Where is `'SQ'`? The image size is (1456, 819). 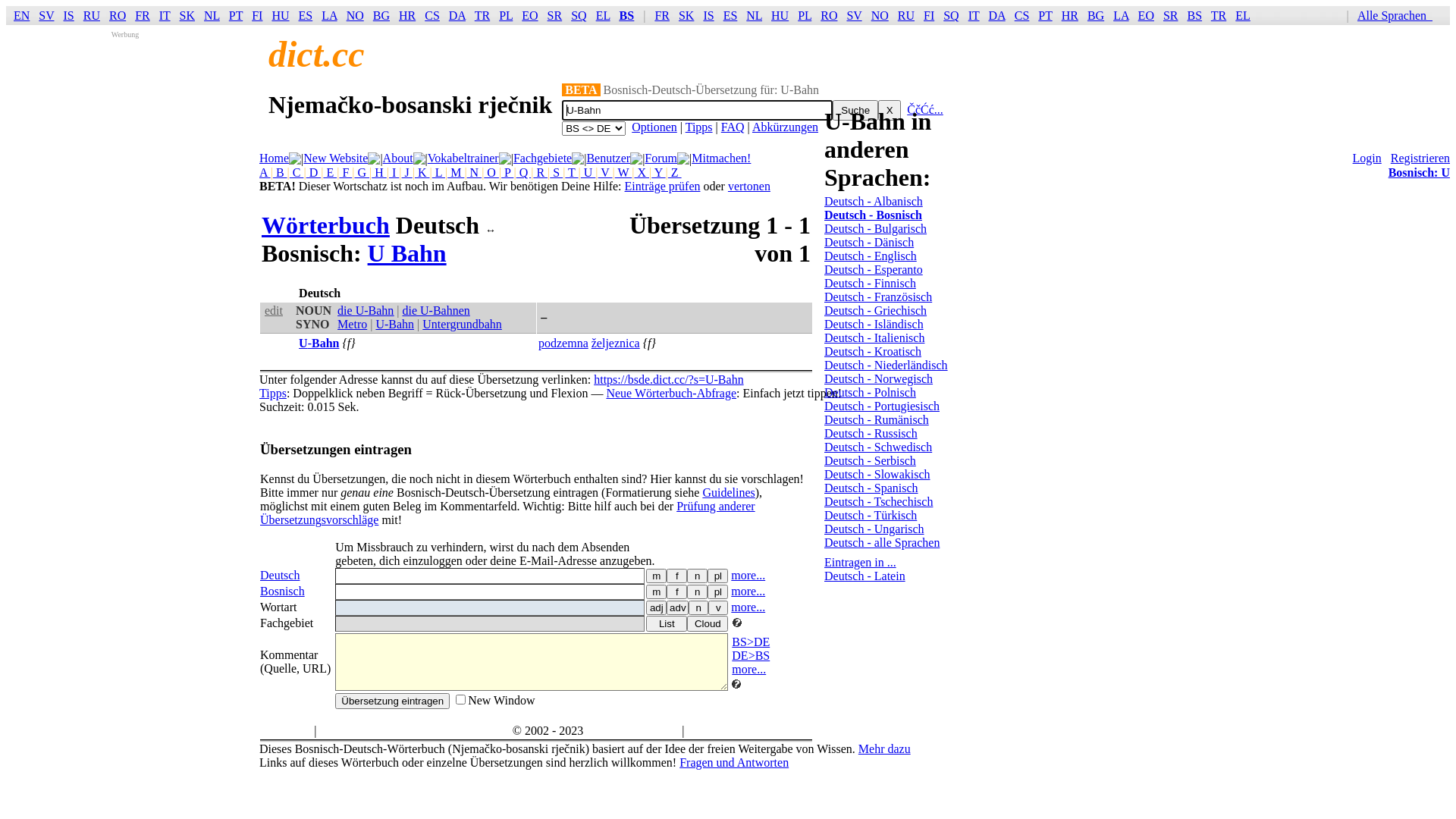
'SQ' is located at coordinates (570, 15).